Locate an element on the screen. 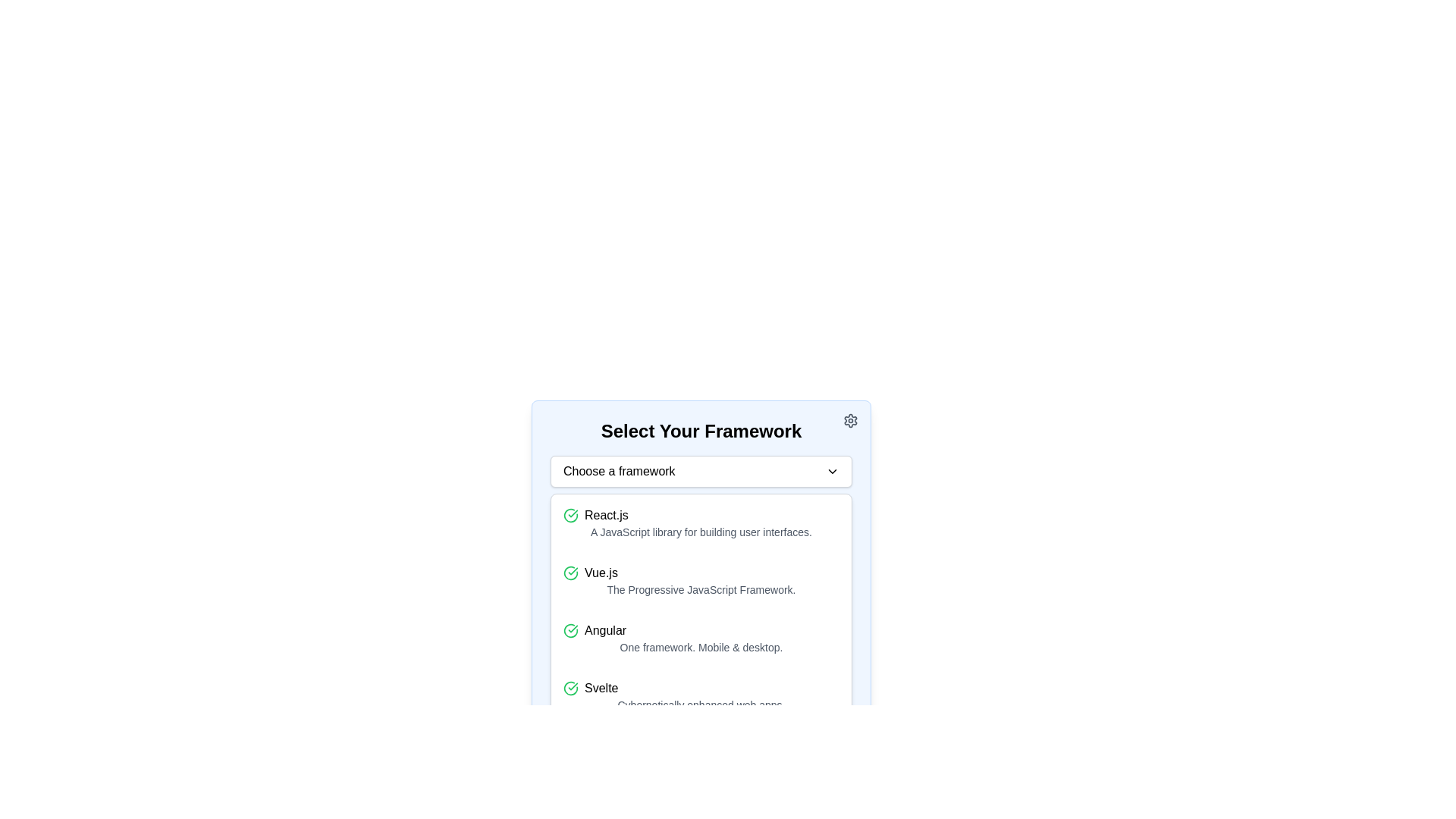 The height and width of the screenshot is (819, 1456). the first list item that provides information about the React.js framework is located at coordinates (701, 522).